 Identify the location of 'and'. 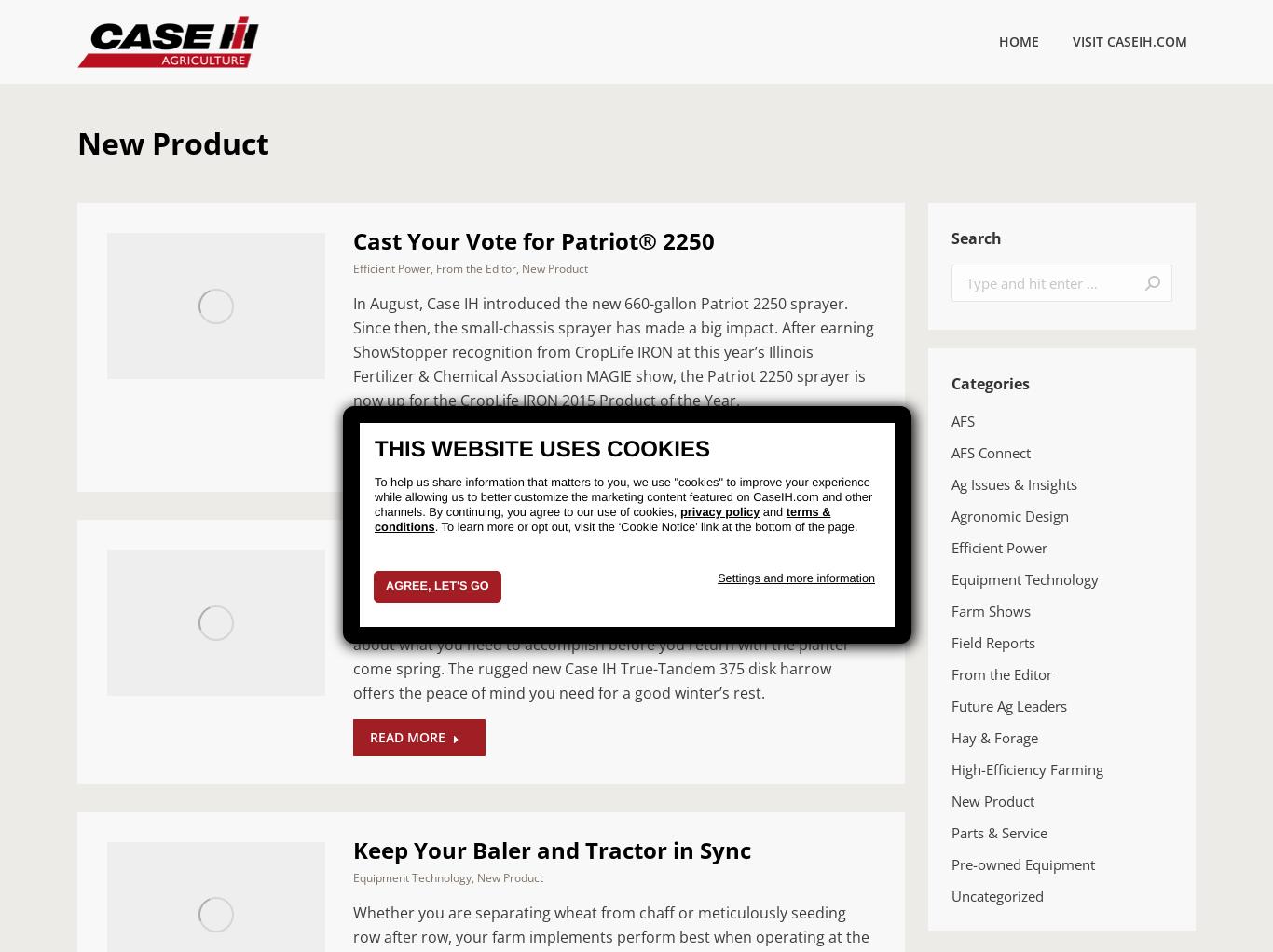
(772, 510).